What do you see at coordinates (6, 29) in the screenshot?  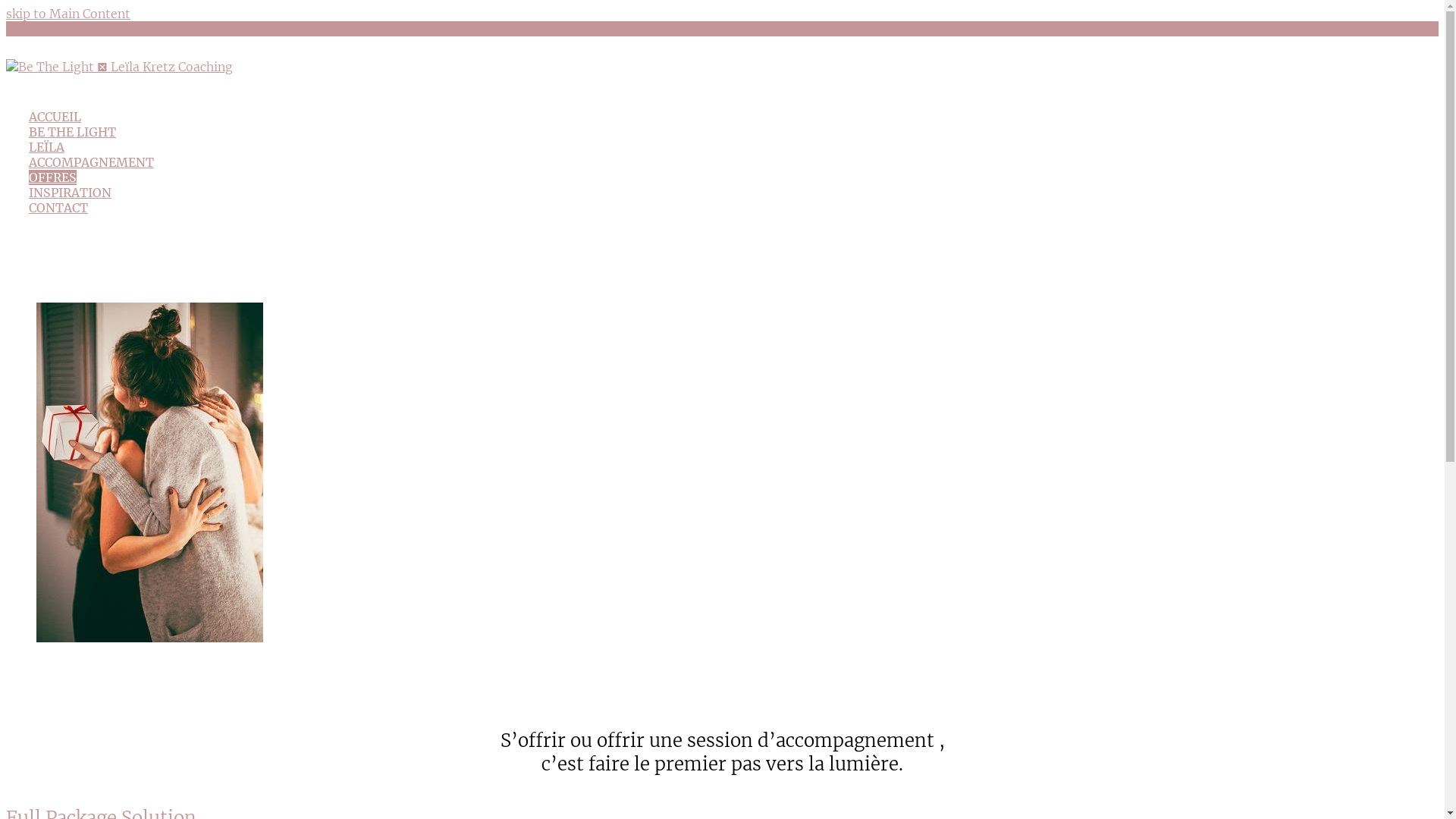 I see `'Menu'` at bounding box center [6, 29].